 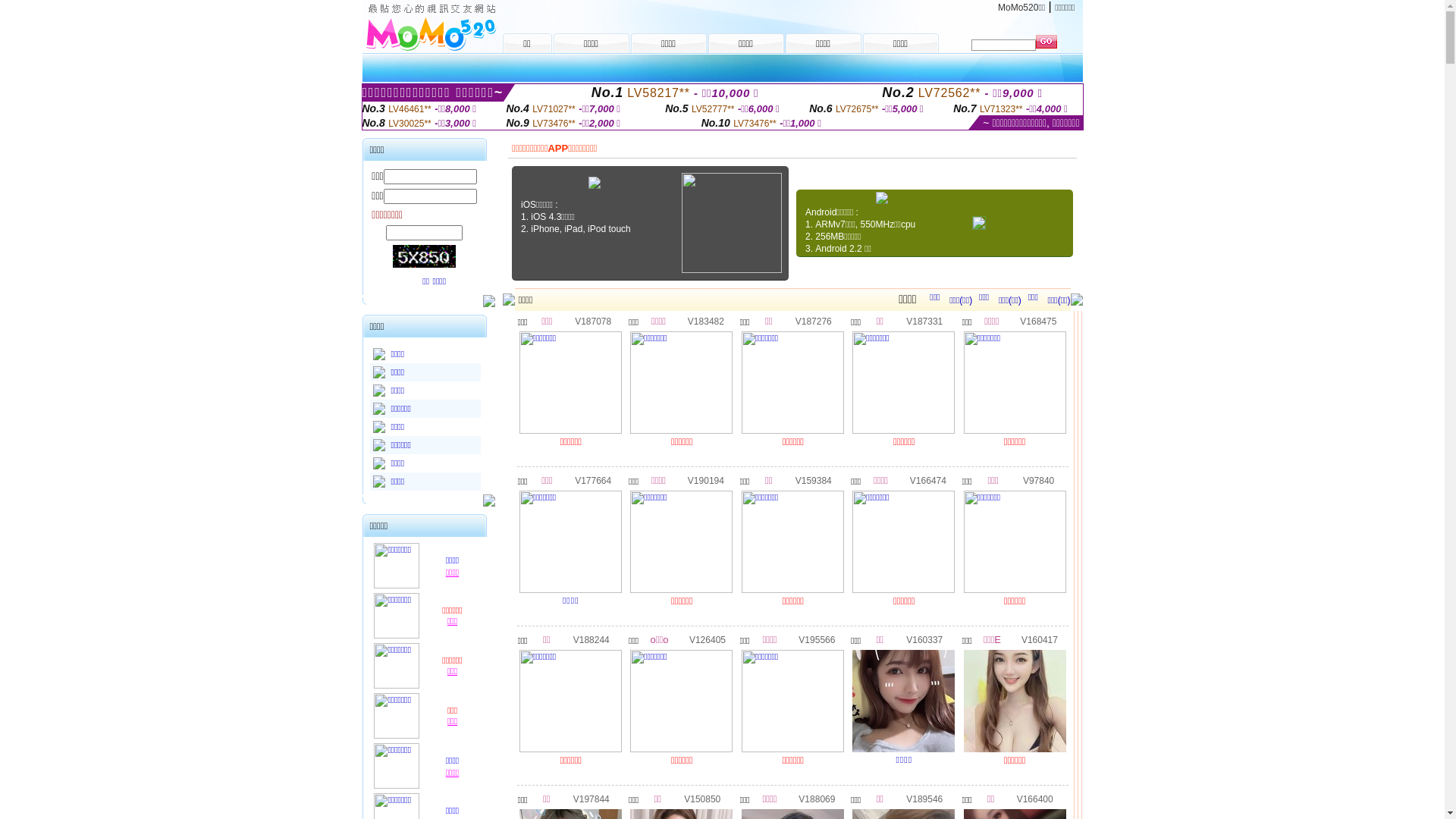 I want to click on 'V187331', so click(x=924, y=320).